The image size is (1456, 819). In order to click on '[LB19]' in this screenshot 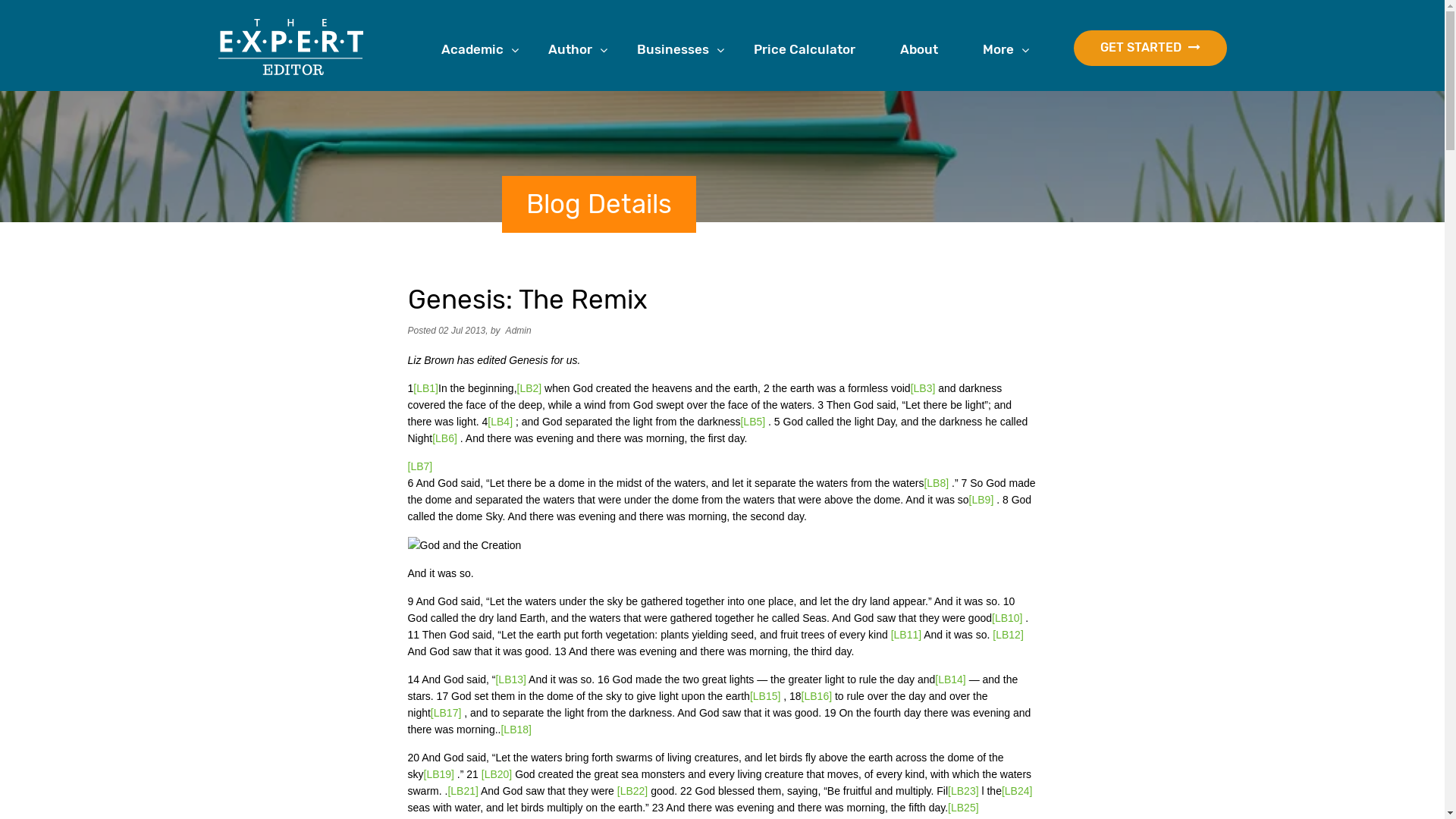, I will do `click(437, 774)`.